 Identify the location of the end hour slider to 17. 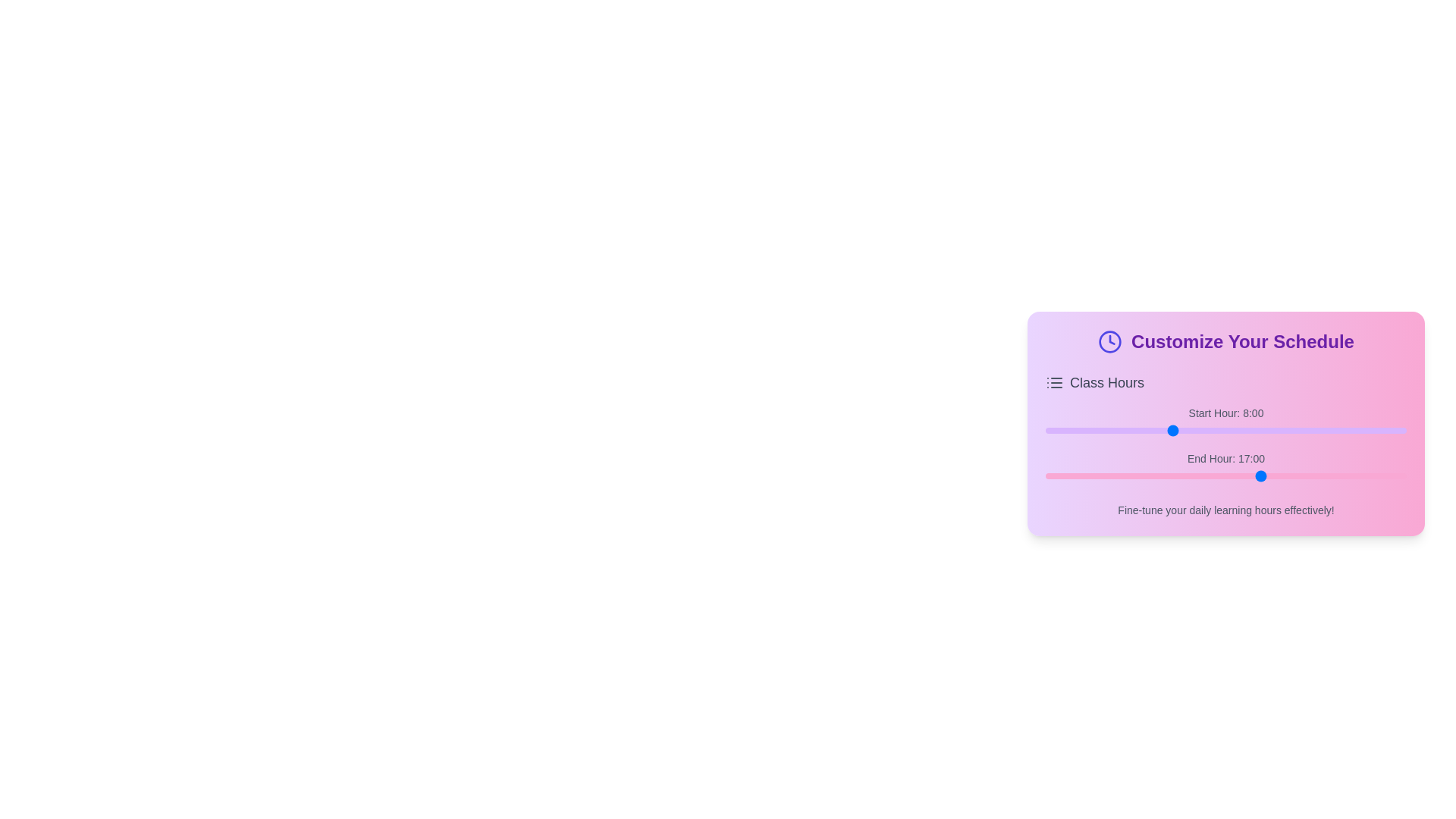
(1262, 475).